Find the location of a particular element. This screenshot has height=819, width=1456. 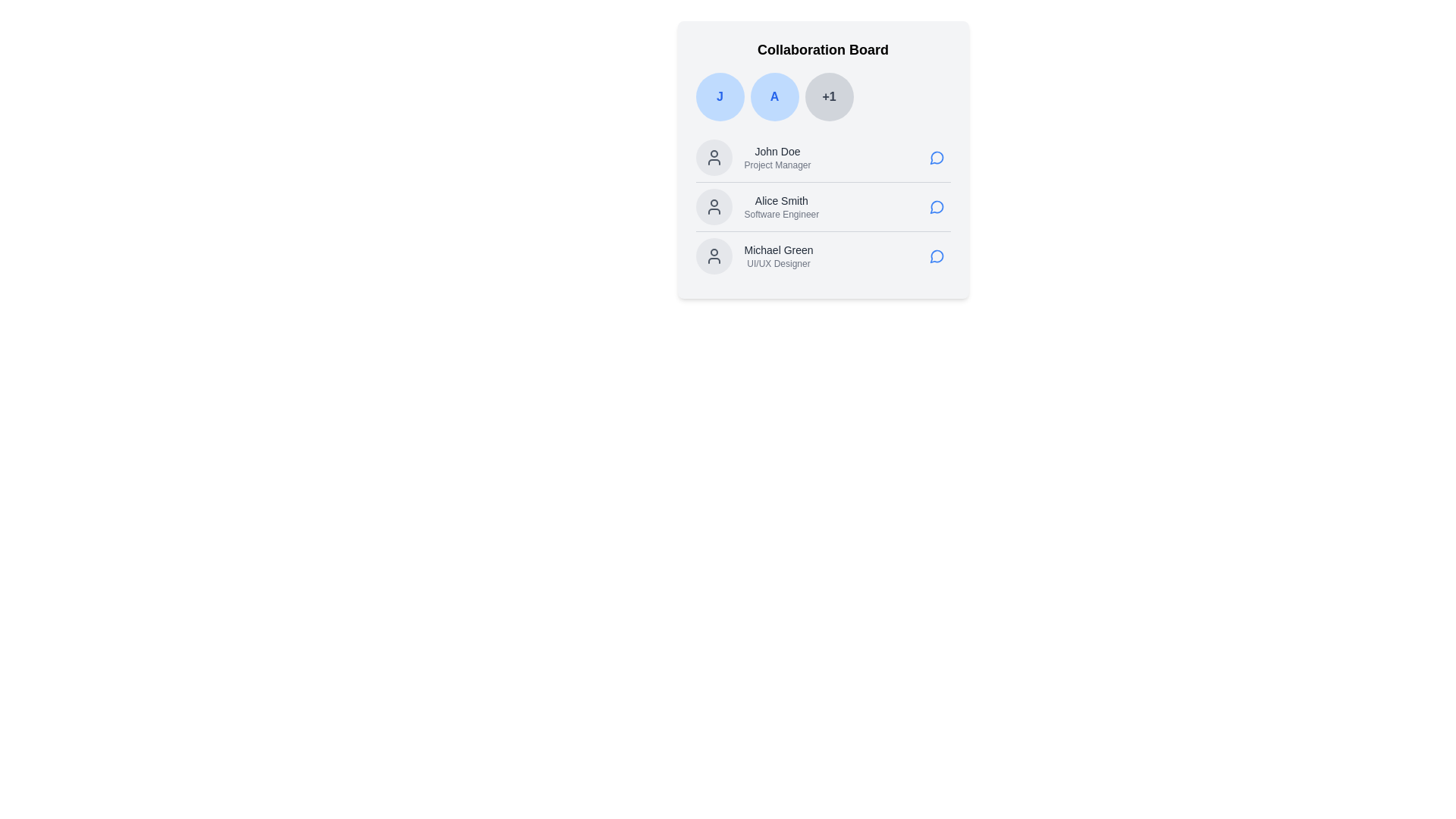

the user avatar element, which is a circular icon with a grey background and a black user avatar silhouette, located in the third row of a collaboration board interface, to the left of 'Michael Green' and aligned with a message button is located at coordinates (713, 256).